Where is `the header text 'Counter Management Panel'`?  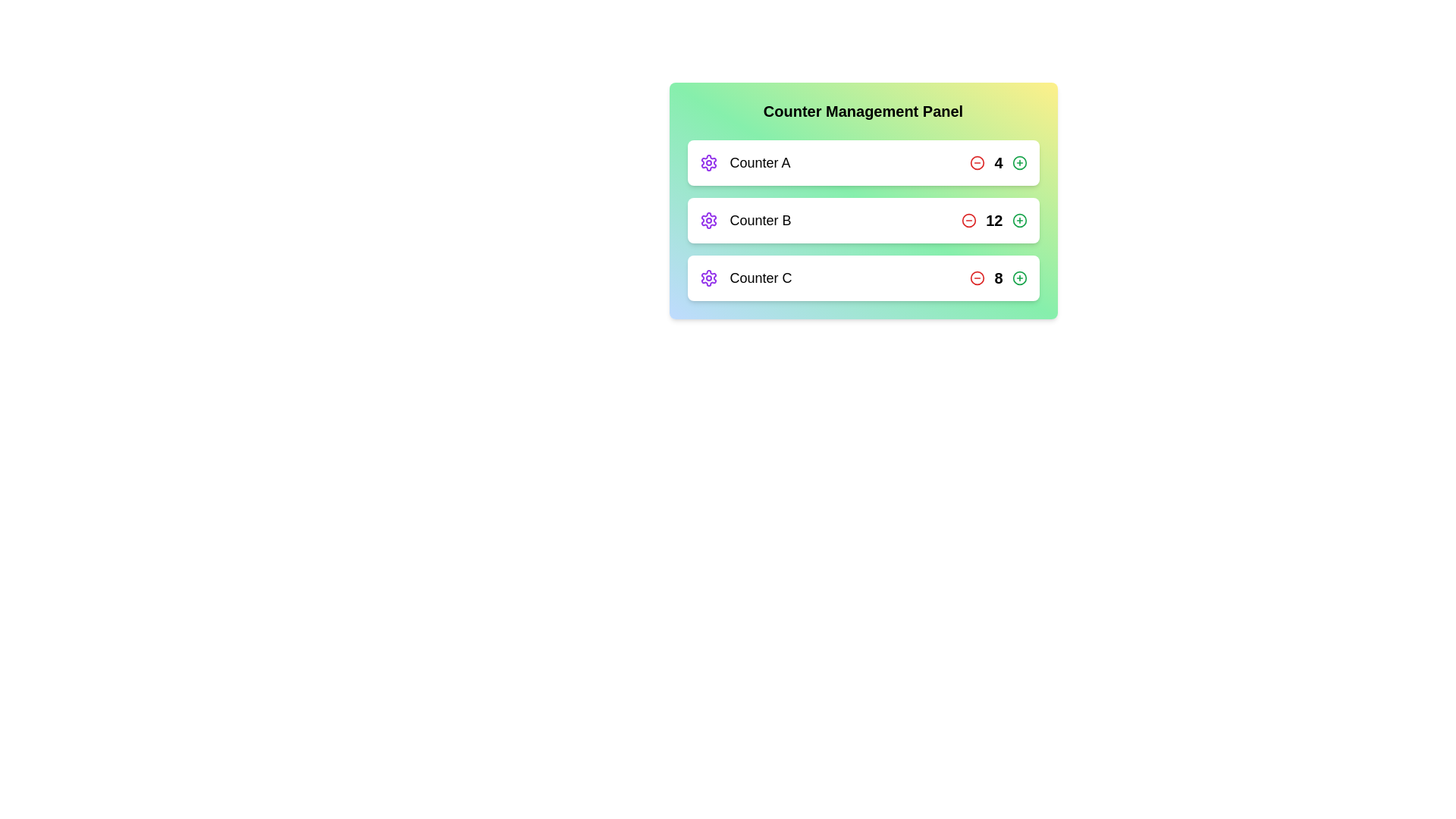 the header text 'Counter Management Panel' is located at coordinates (863, 110).